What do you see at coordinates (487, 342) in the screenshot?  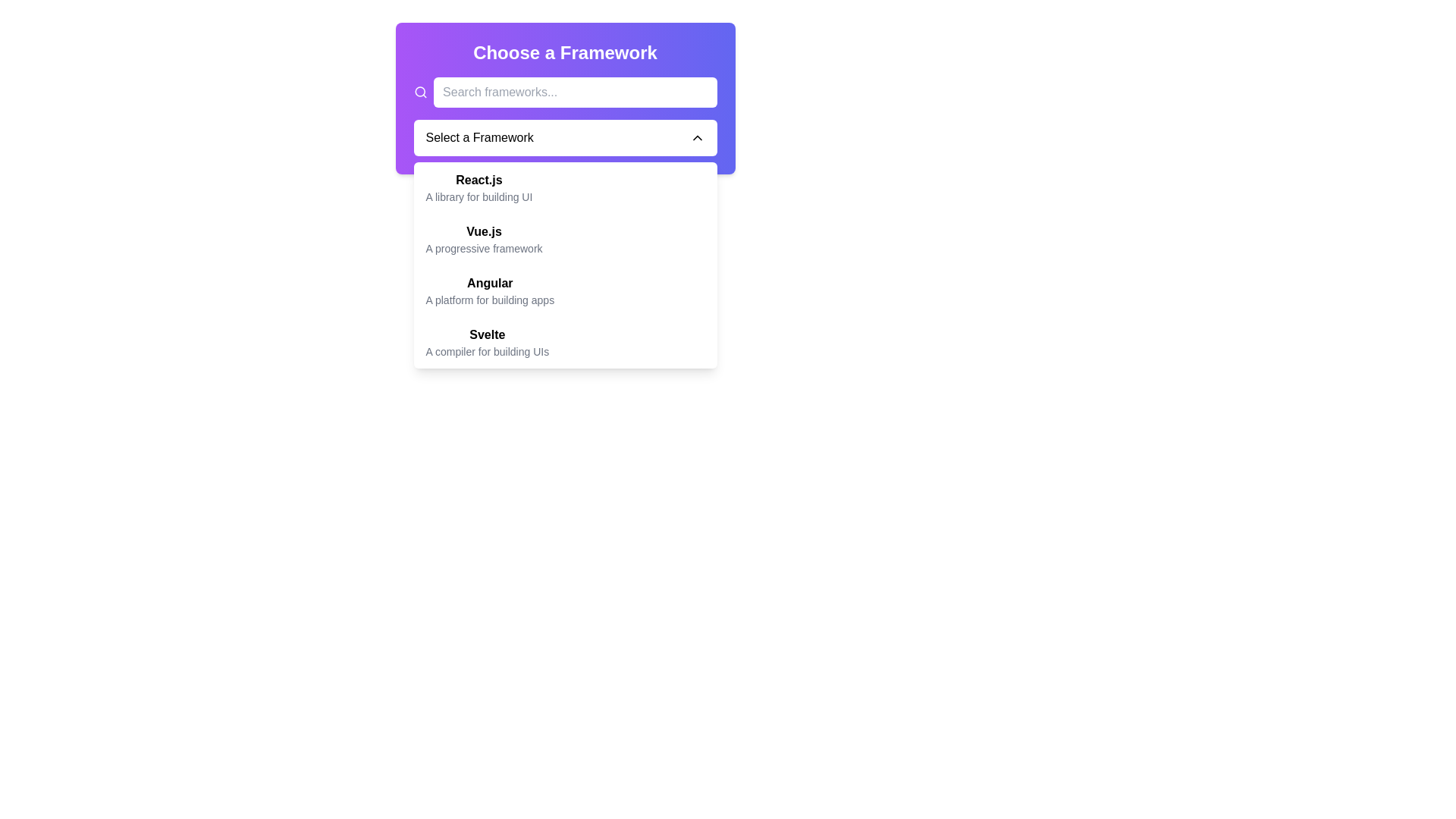 I see `the fourth item in the dropdown menu labeled 'Svelte'` at bounding box center [487, 342].